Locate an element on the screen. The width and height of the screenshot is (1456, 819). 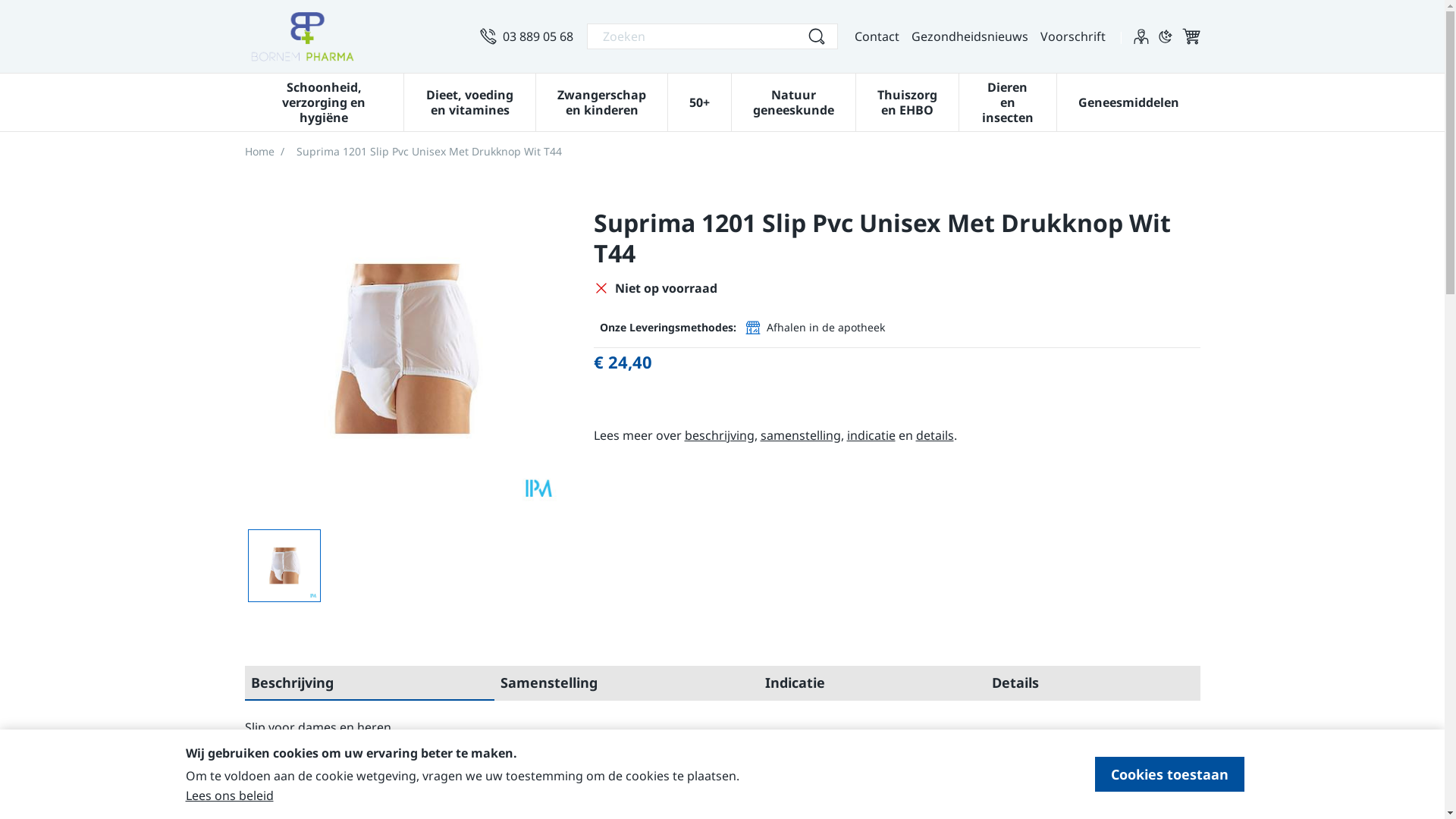
'Klant menu' is located at coordinates (1140, 35).